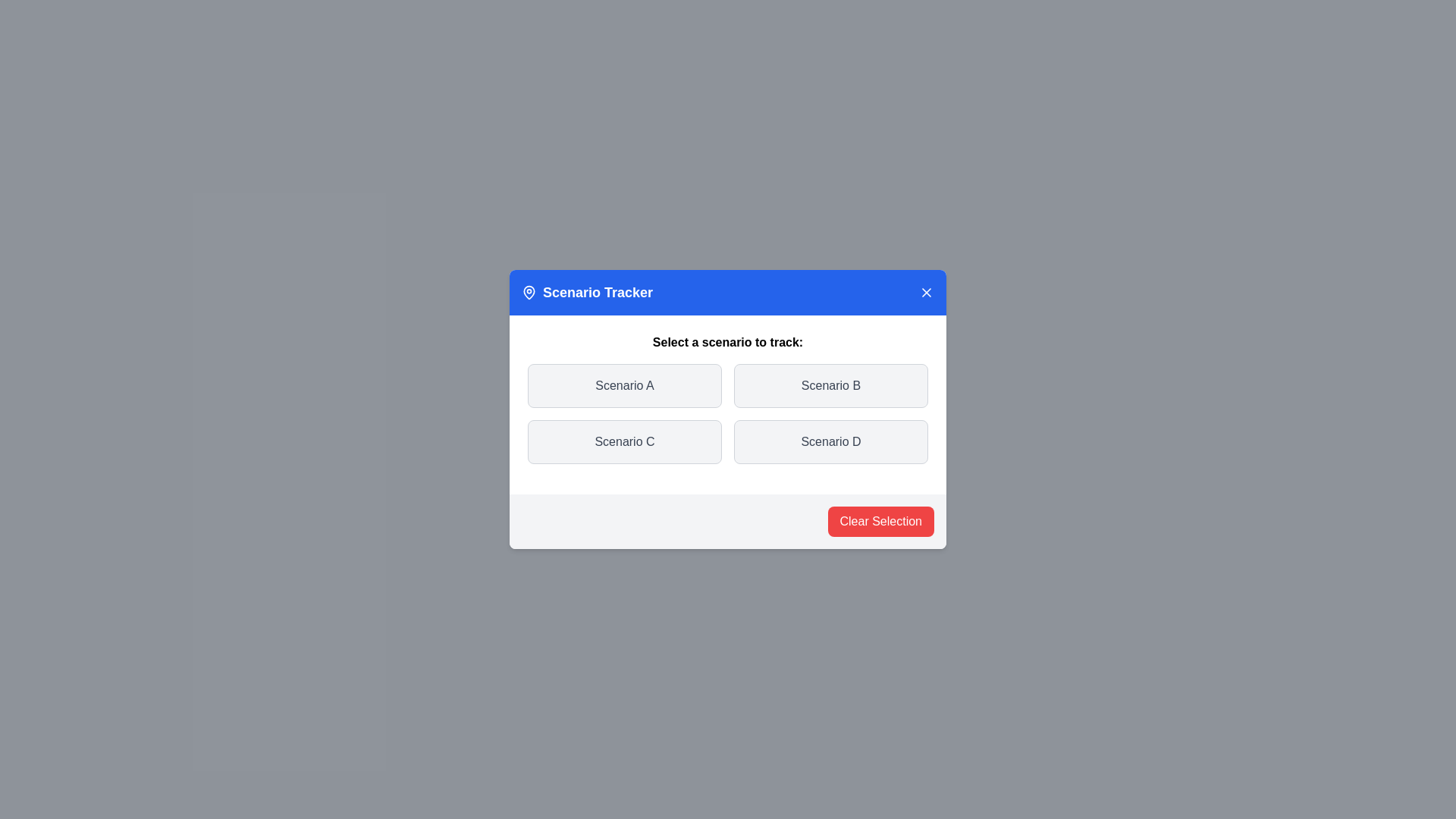 The image size is (1456, 819). I want to click on the scenario Scenario D by clicking on its respective button, so click(830, 441).